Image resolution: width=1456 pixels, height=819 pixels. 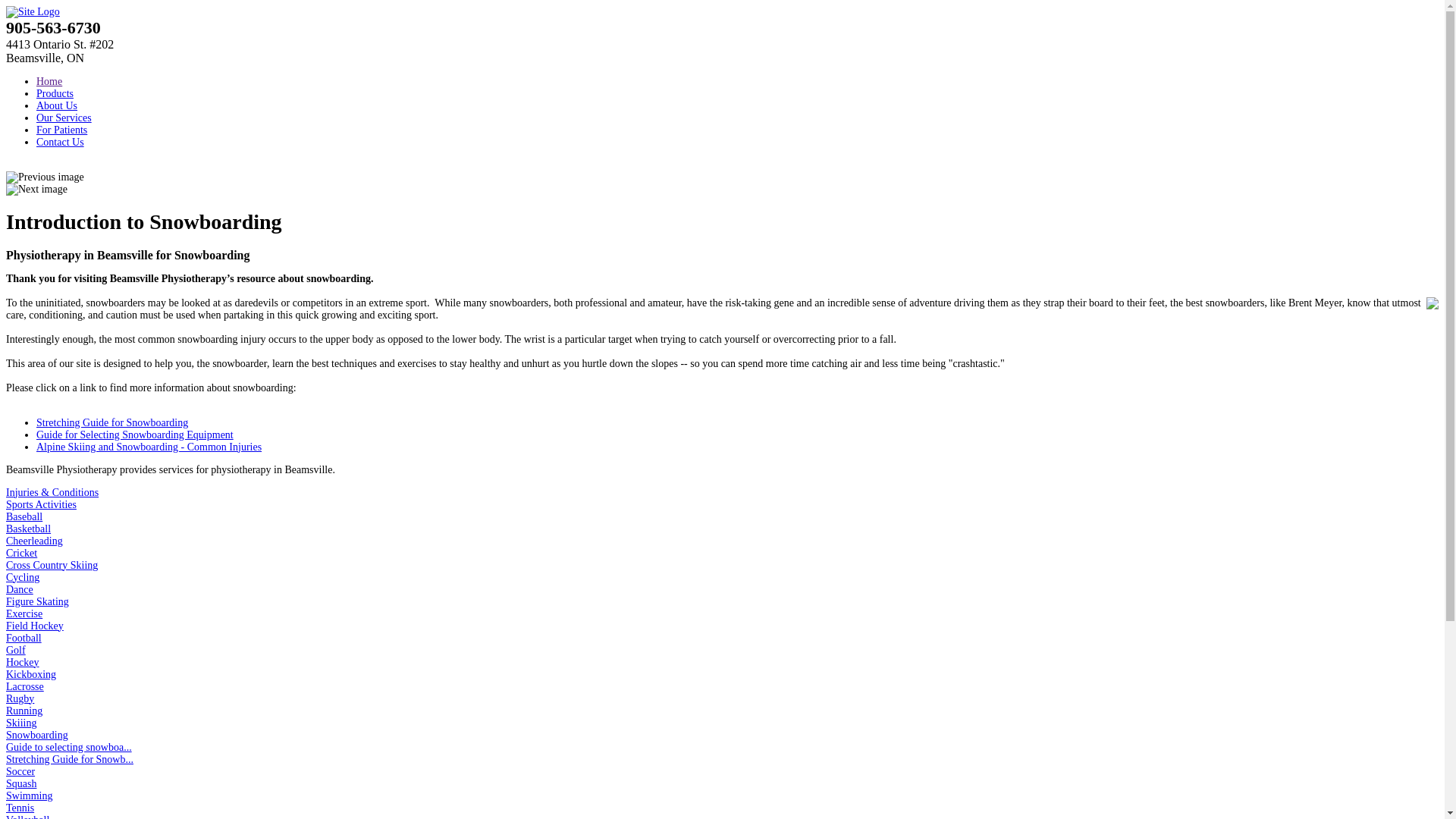 I want to click on 'Previous image', so click(x=45, y=177).